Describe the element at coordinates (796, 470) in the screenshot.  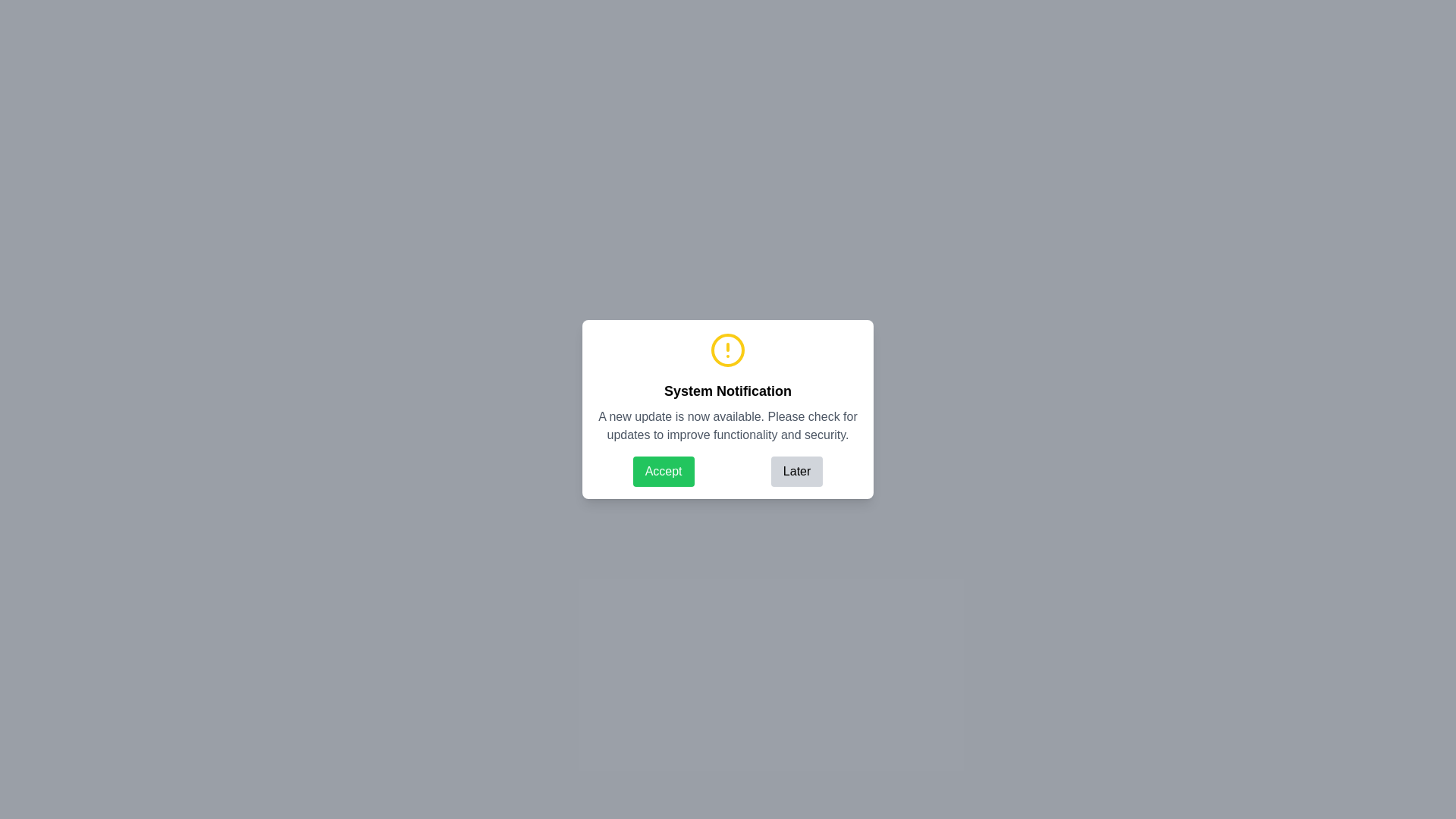
I see `the 'Later' button, which is a rounded rectangular button with a gray background and black text, located on the bottom right of the modal dialog` at that location.